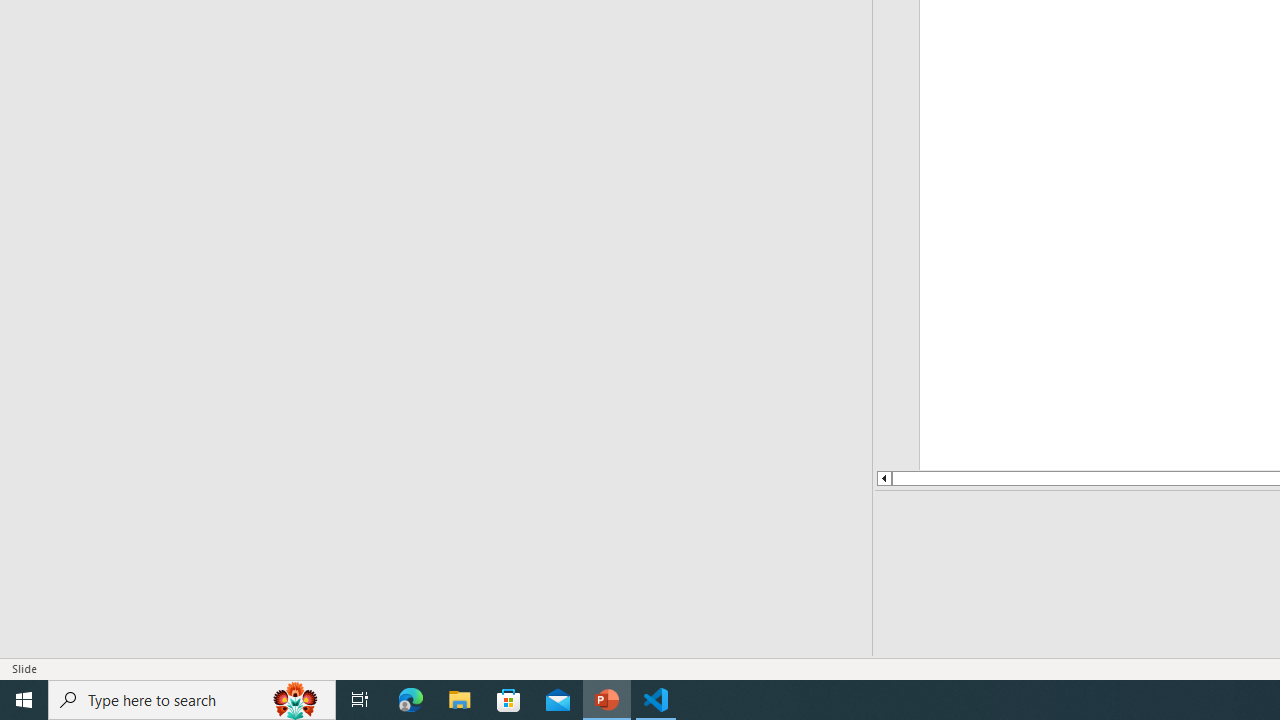  What do you see at coordinates (192, 698) in the screenshot?
I see `'Type here to search'` at bounding box center [192, 698].